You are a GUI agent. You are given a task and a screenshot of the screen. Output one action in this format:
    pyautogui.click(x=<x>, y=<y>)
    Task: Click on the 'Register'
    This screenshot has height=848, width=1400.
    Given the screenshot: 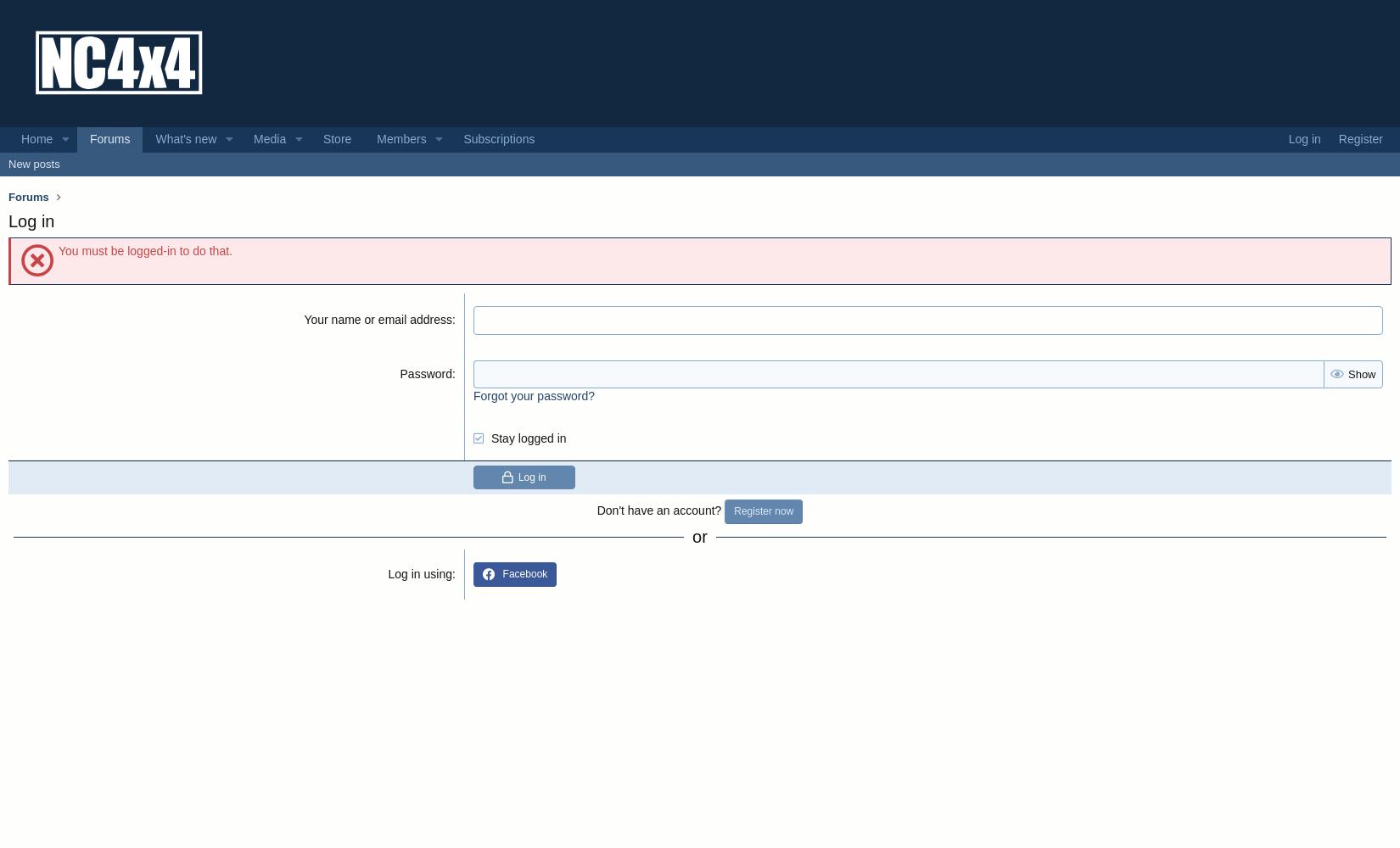 What is the action you would take?
    pyautogui.click(x=1358, y=139)
    